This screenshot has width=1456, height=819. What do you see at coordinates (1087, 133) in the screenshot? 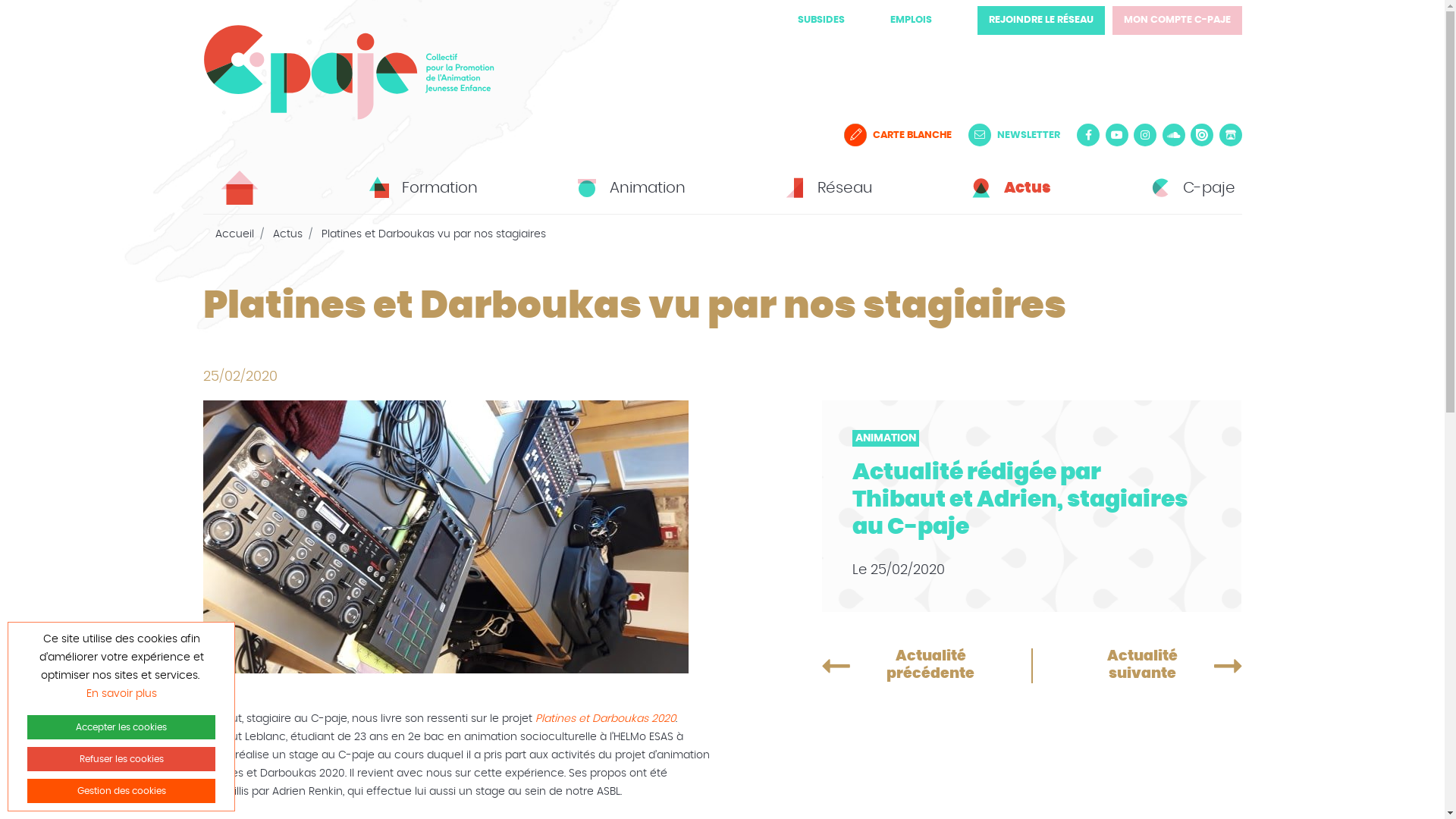
I see `'Facebook'` at bounding box center [1087, 133].